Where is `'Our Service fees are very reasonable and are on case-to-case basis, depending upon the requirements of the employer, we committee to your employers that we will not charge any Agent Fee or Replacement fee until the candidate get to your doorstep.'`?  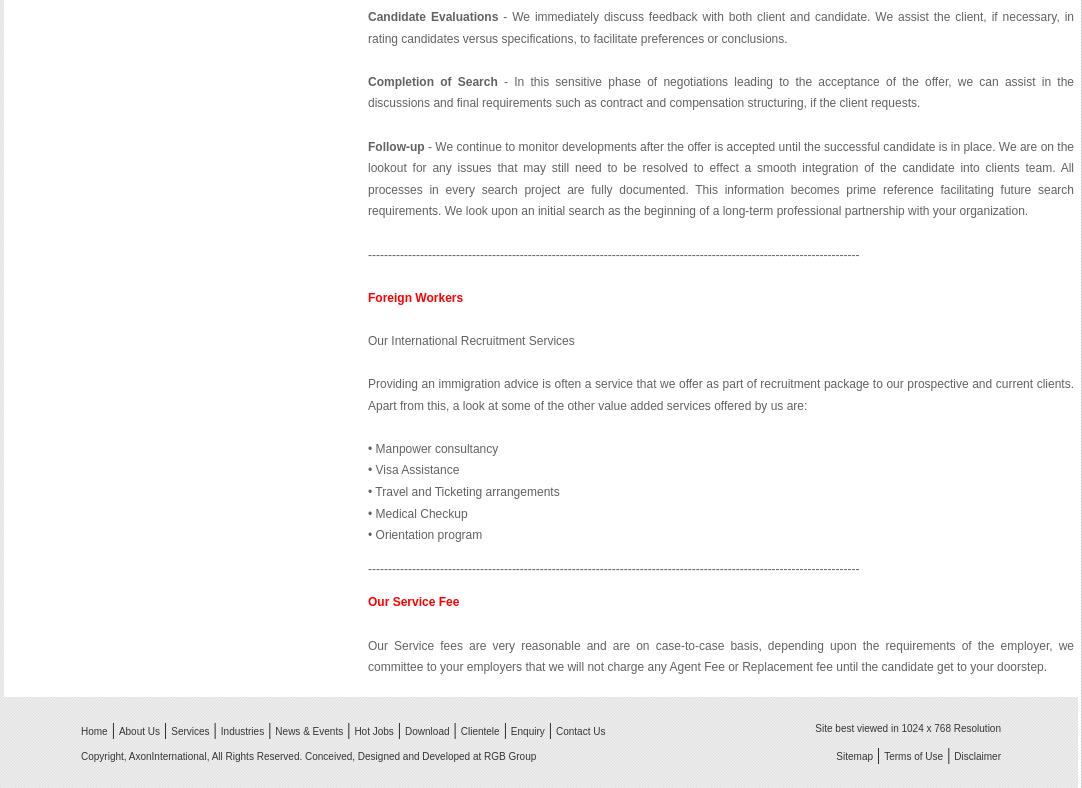
'Our Service fees are very reasonable and are on case-to-case basis, depending upon the requirements of the employer, we committee to your employers that we will not charge any Agent Fee or Replacement fee until the candidate get to your doorstep.' is located at coordinates (367, 655).